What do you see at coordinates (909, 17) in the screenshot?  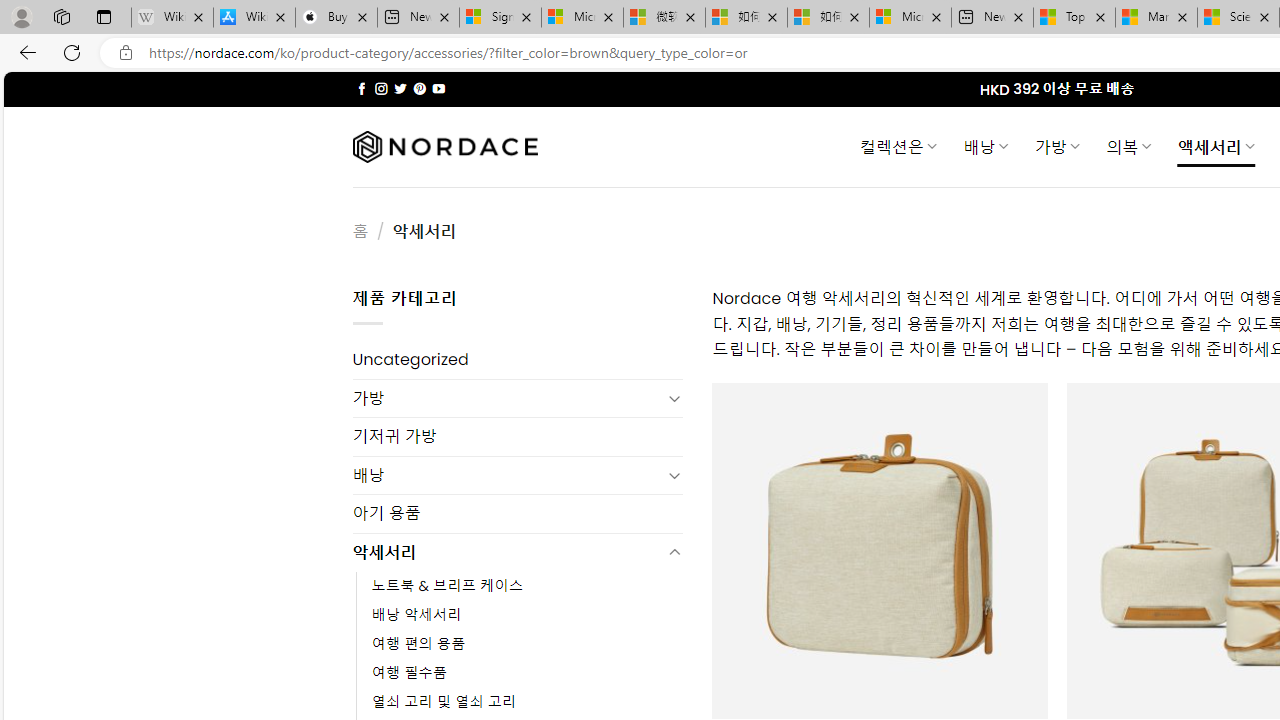 I see `'Microsoft account | Account Checkup'` at bounding box center [909, 17].